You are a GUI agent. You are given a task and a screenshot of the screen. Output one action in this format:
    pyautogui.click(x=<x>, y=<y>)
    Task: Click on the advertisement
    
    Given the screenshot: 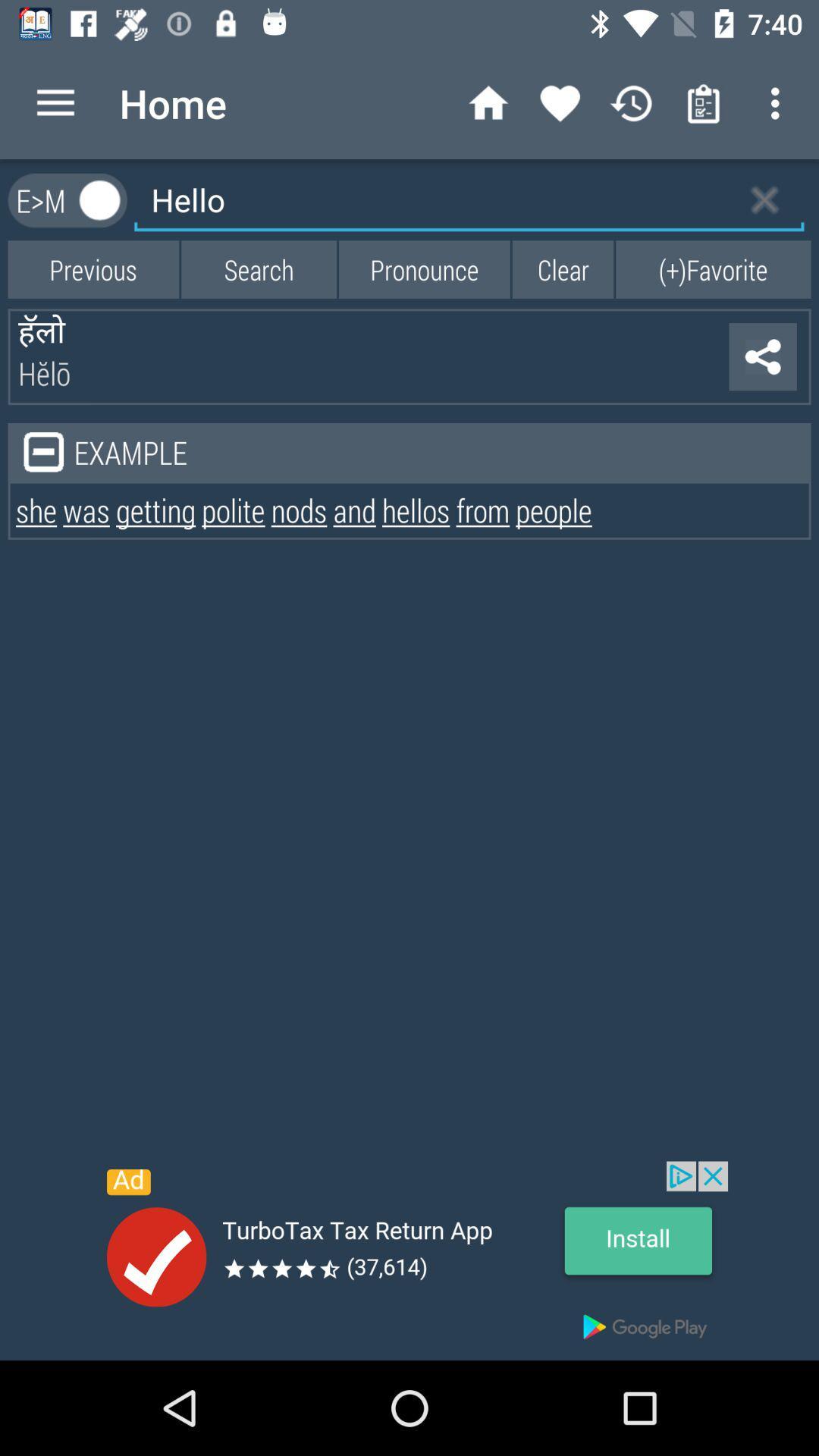 What is the action you would take?
    pyautogui.click(x=409, y=1260)
    